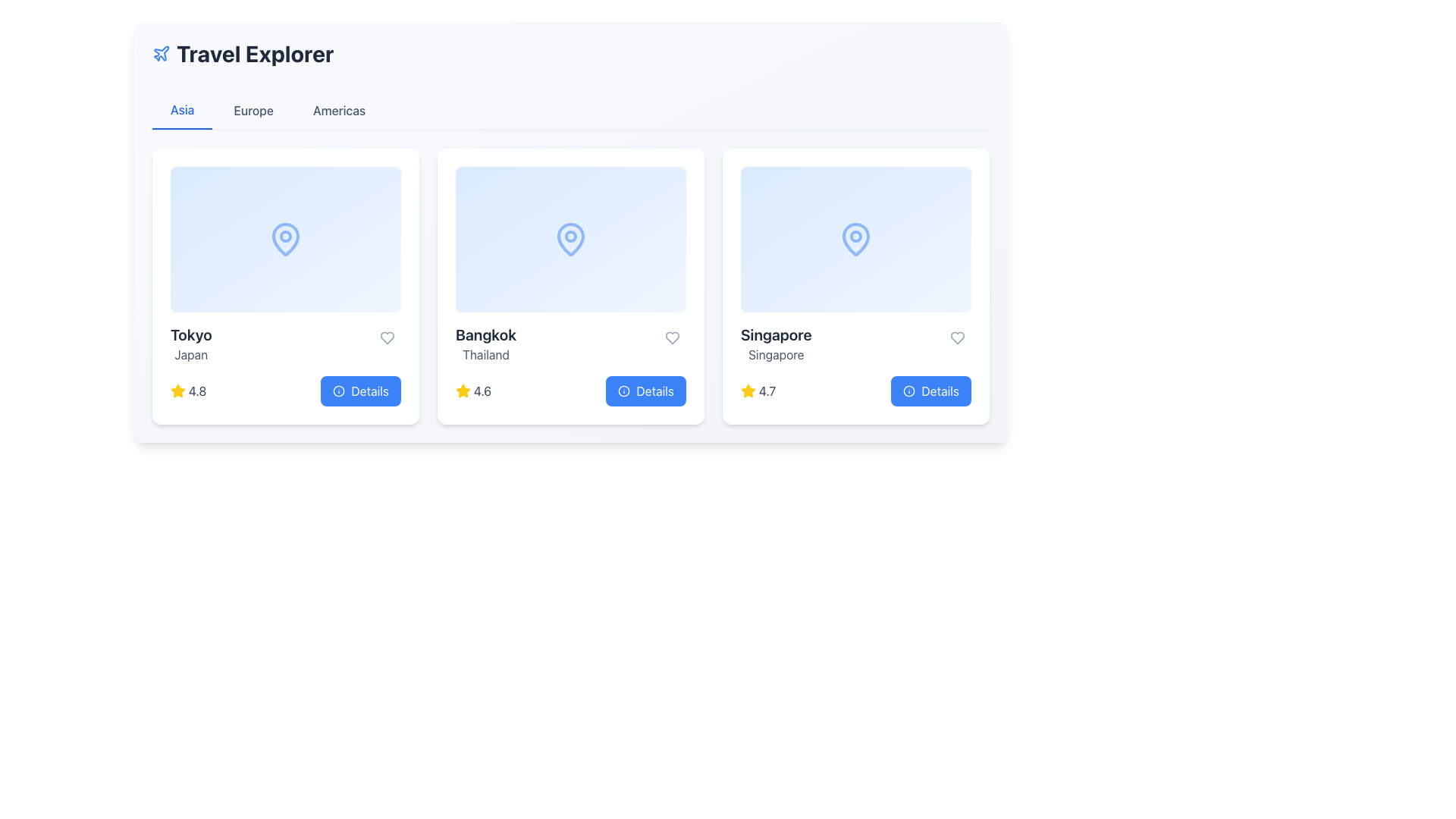  Describe the element at coordinates (286, 237) in the screenshot. I see `the circular marker styled like a pin point located at the center of the pin icon on the Tokyo, Japan card` at that location.